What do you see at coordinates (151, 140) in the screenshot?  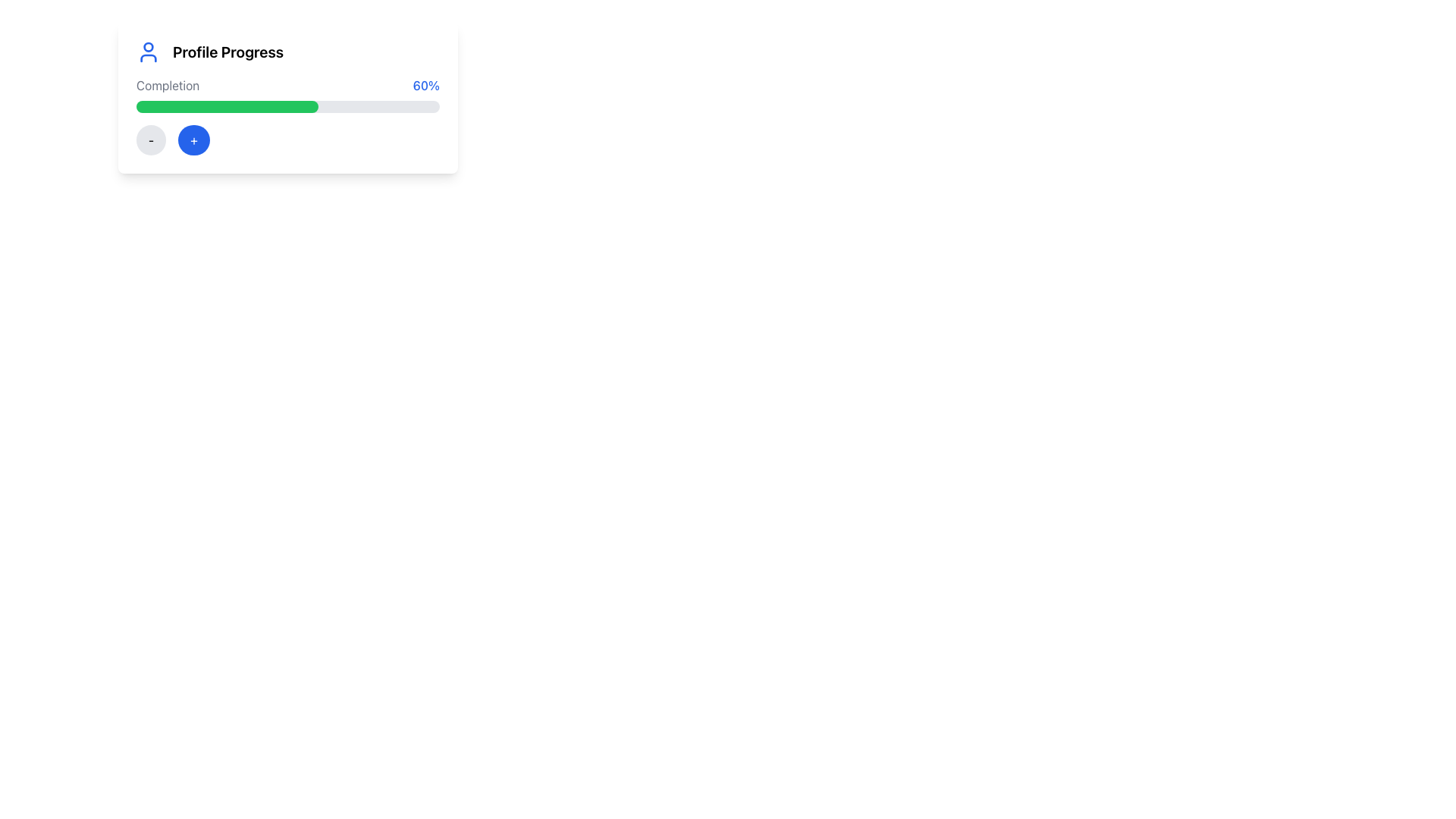 I see `the decrement button located below the 'Profile Progress' label to view the context menu` at bounding box center [151, 140].